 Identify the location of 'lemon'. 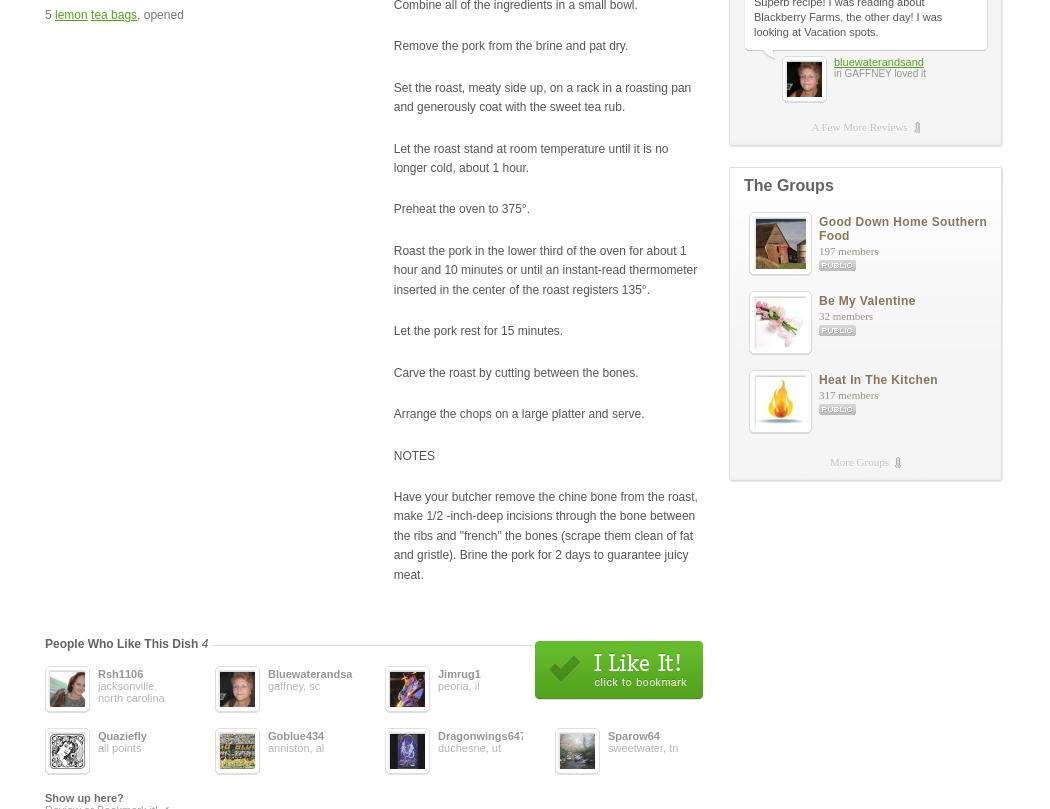
(69, 14).